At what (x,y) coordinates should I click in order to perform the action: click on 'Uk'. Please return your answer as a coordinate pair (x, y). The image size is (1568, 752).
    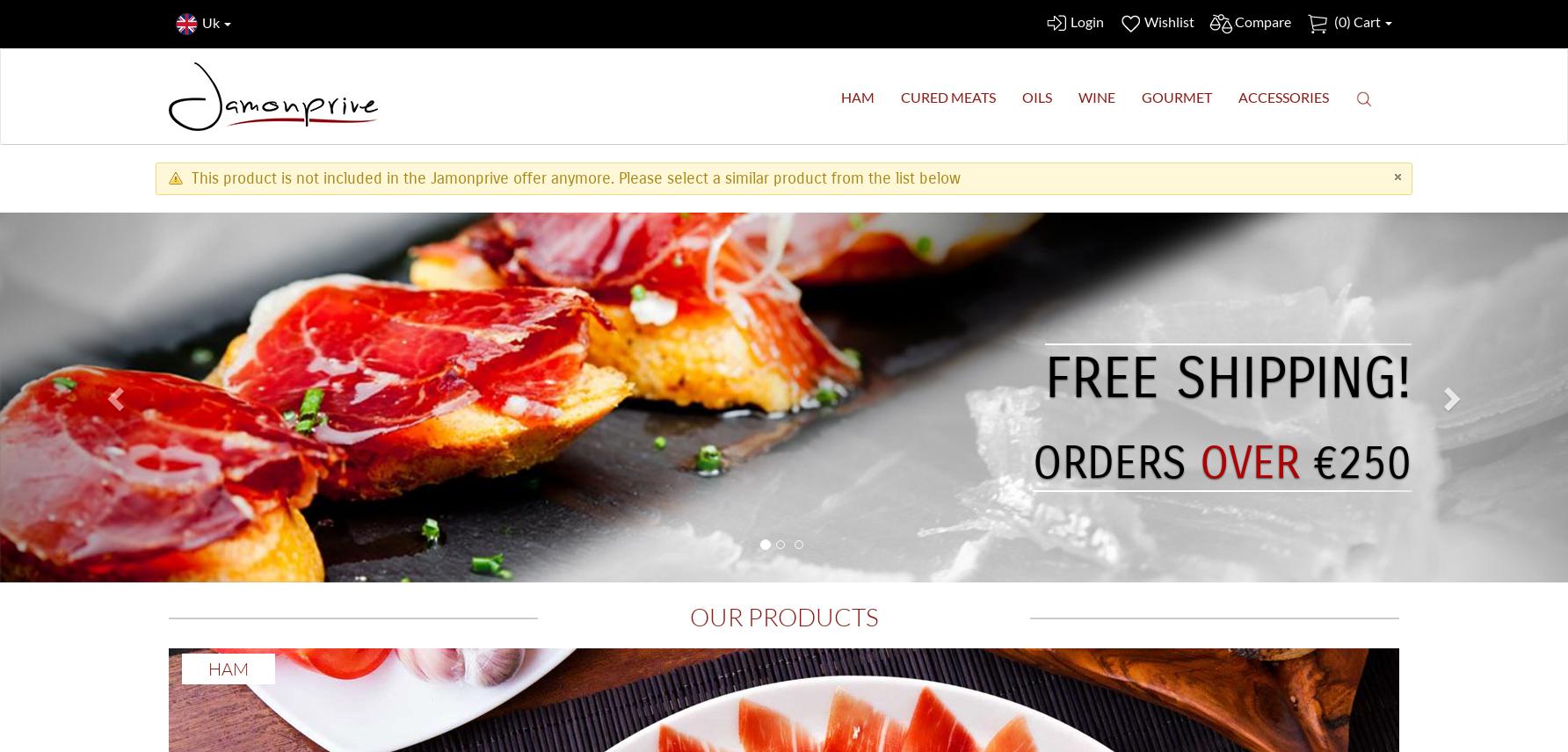
    Looking at the image, I should click on (212, 21).